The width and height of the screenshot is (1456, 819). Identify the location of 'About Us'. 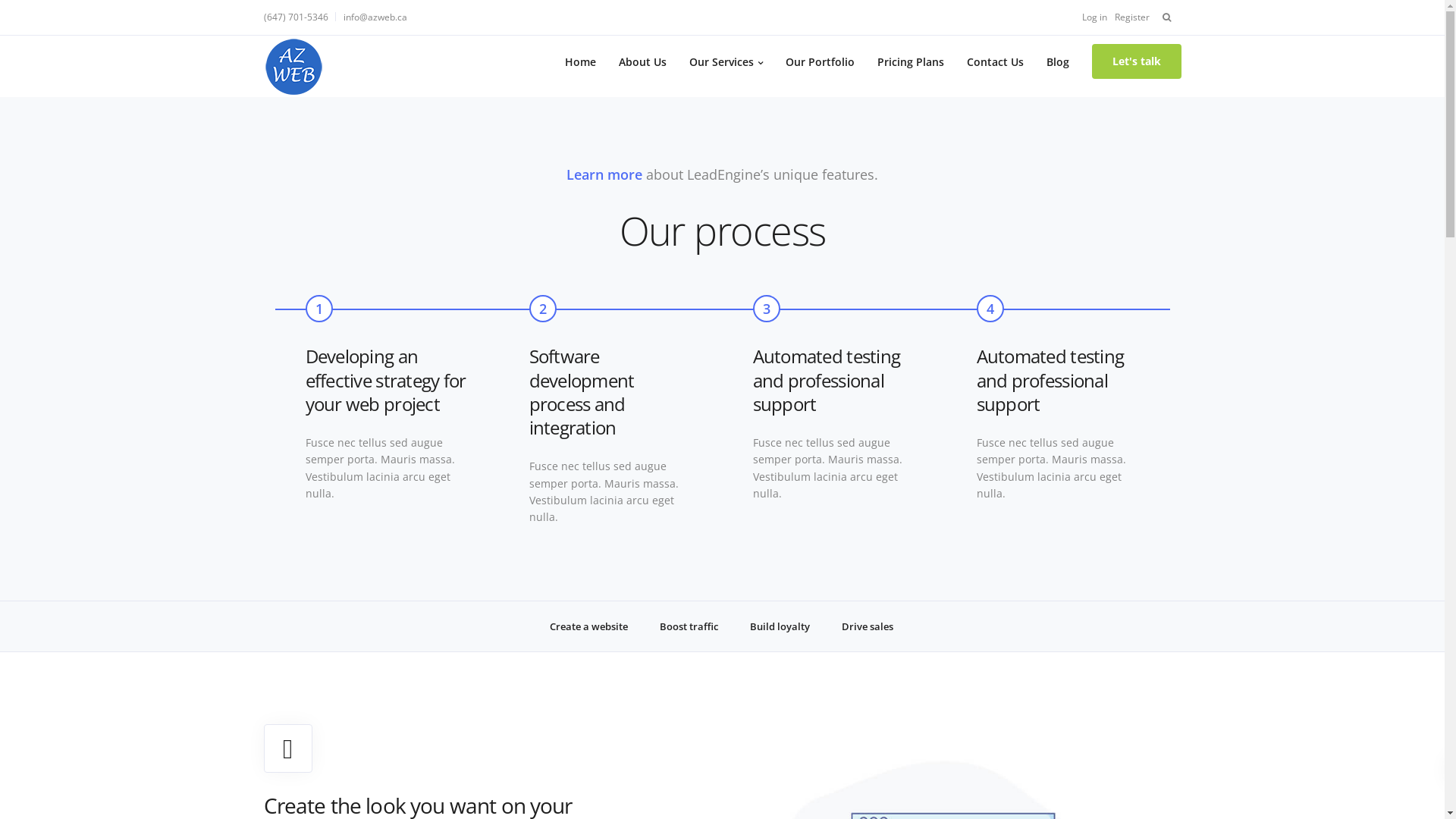
(607, 61).